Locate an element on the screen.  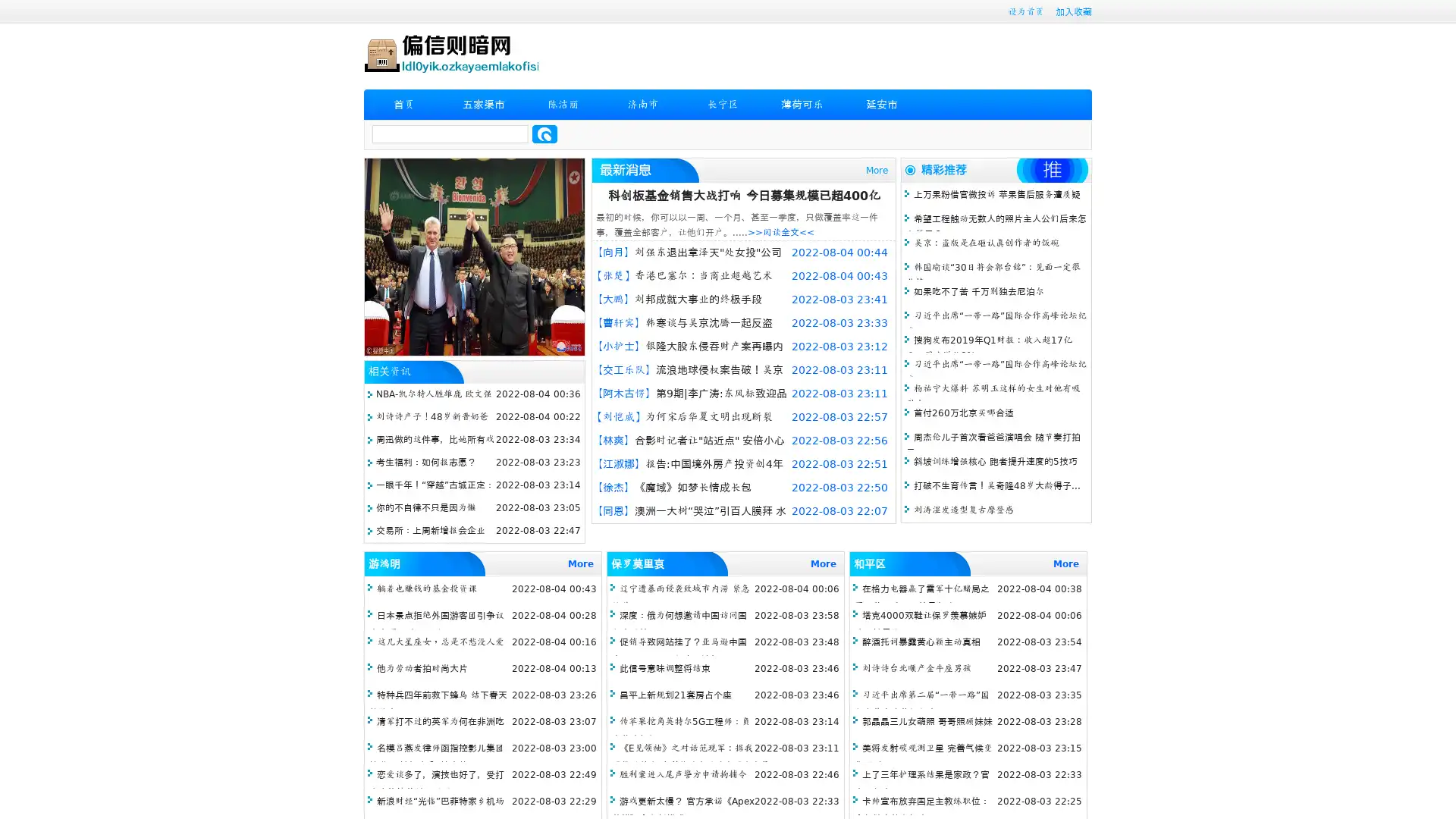
Search is located at coordinates (544, 133).